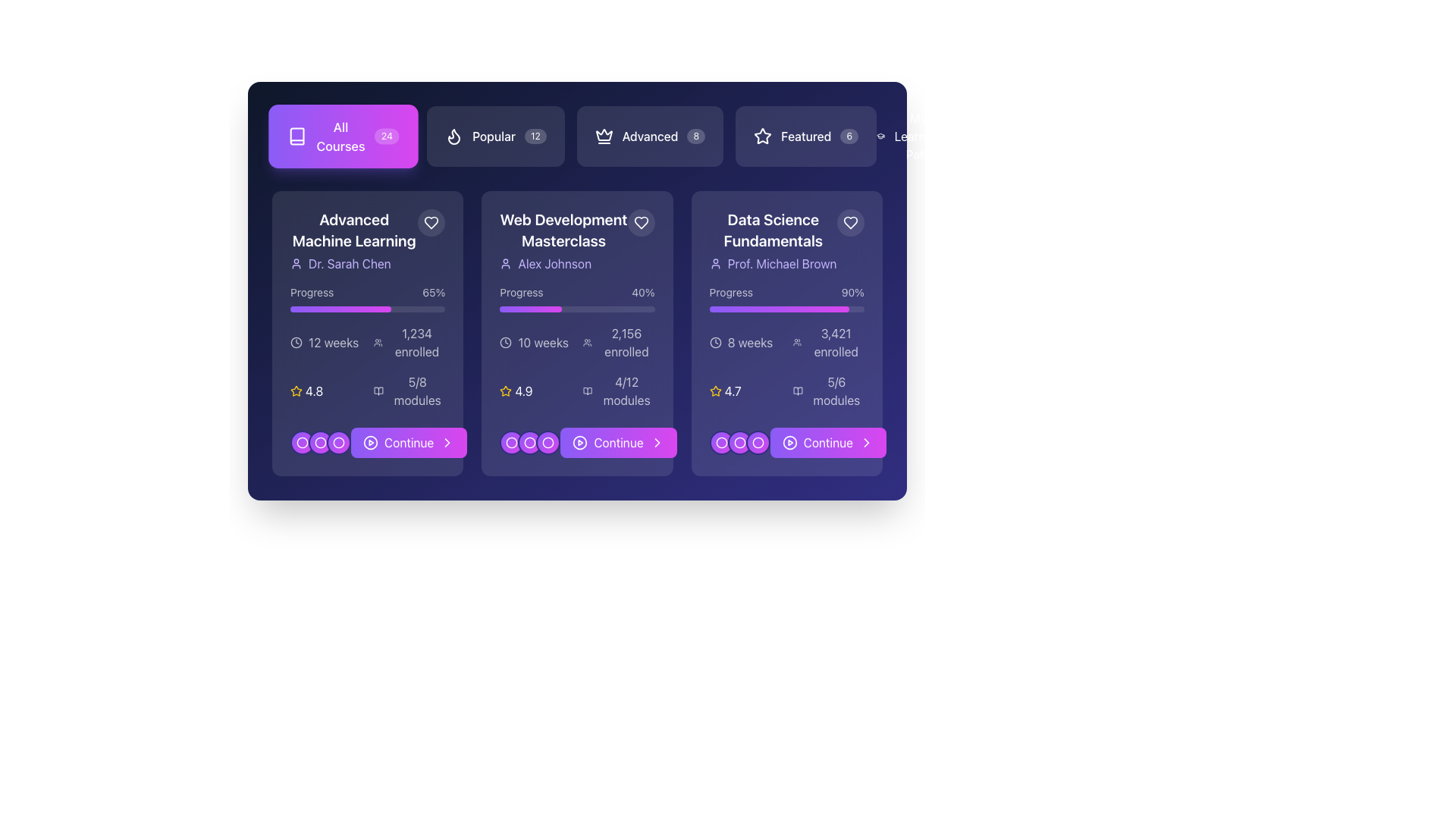 The width and height of the screenshot is (1456, 819). Describe the element at coordinates (417, 391) in the screenshot. I see `the text label indicating progress in the 'Advanced Machine Learning' course, which is located to the right of a book icon and below enrollment and course duration details` at that location.